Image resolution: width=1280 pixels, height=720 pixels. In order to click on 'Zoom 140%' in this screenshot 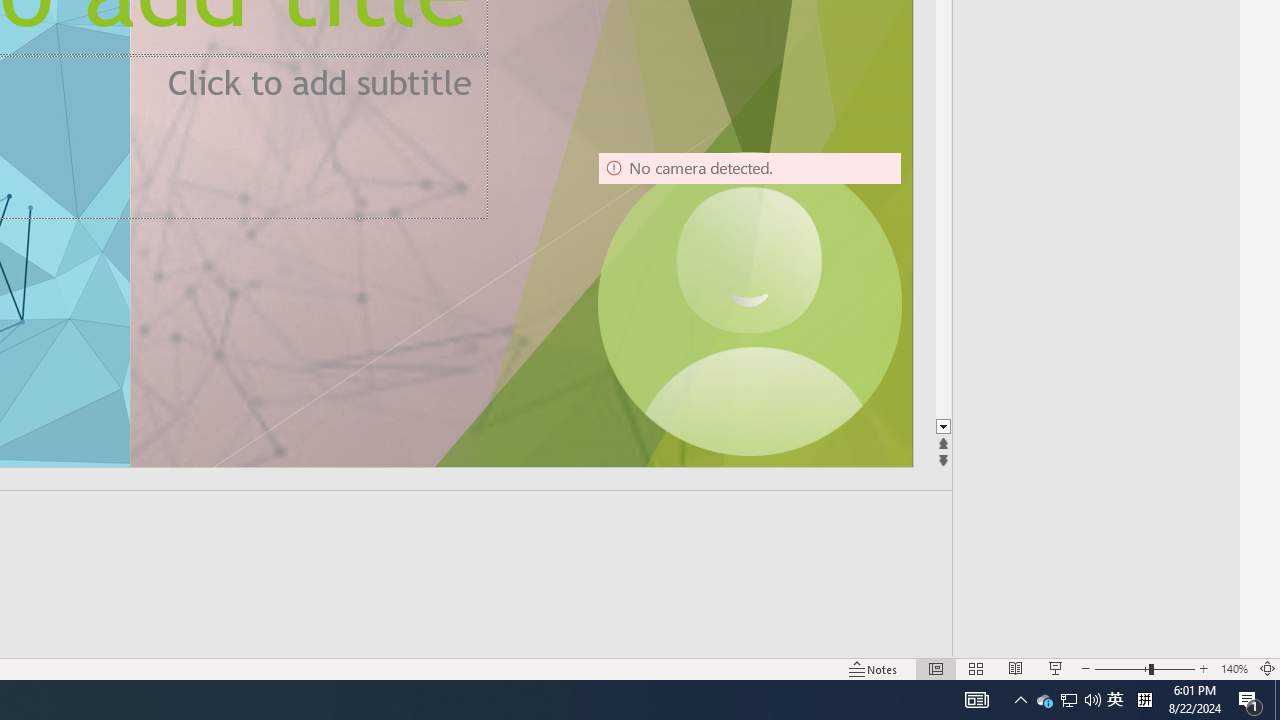, I will do `click(1233, 669)`.